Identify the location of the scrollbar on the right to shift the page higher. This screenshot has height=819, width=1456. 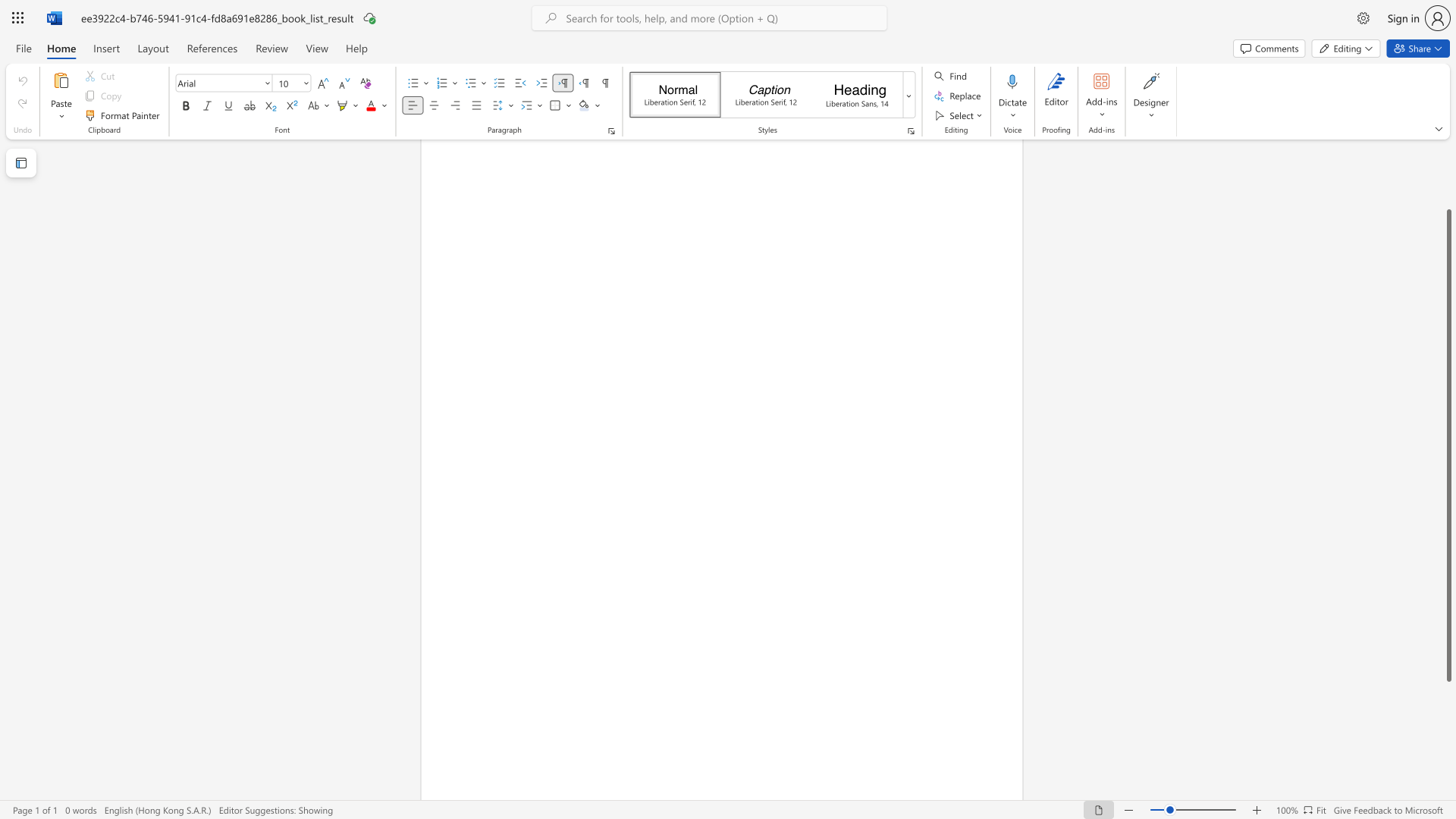
(1448, 166).